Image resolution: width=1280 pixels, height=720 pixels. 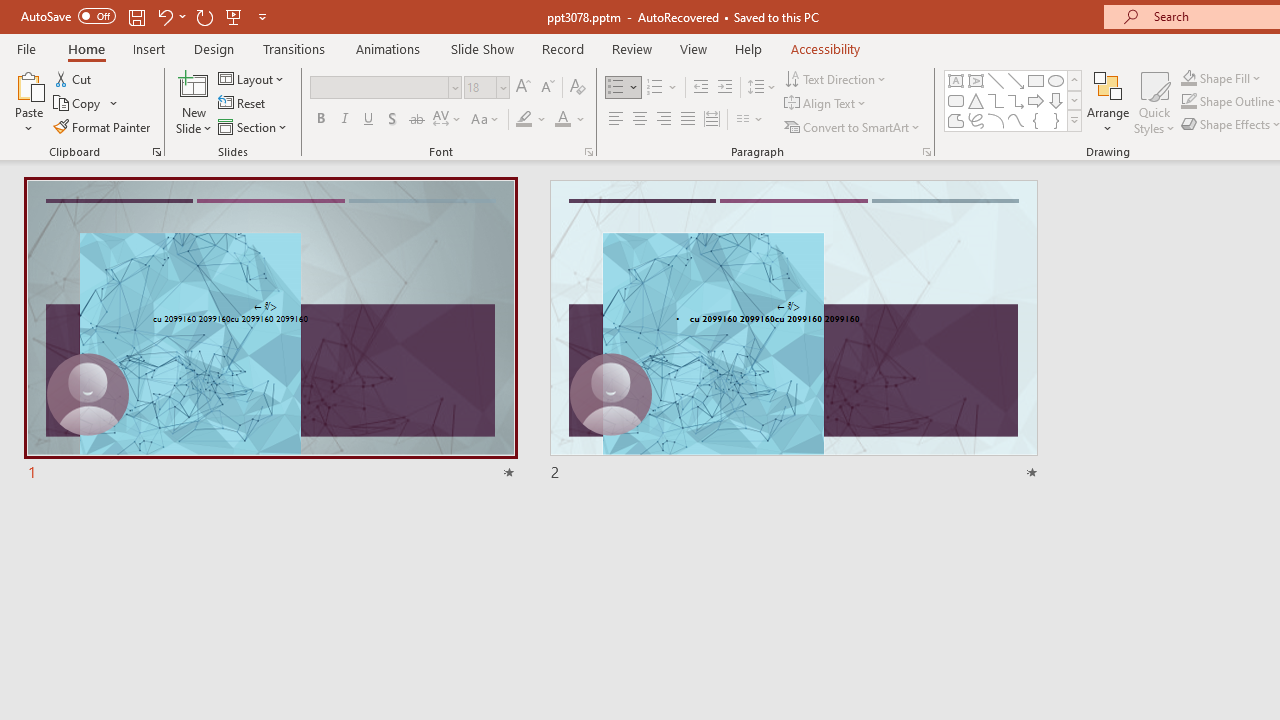 What do you see at coordinates (1016, 100) in the screenshot?
I see `'Connector: Elbow Arrow'` at bounding box center [1016, 100].